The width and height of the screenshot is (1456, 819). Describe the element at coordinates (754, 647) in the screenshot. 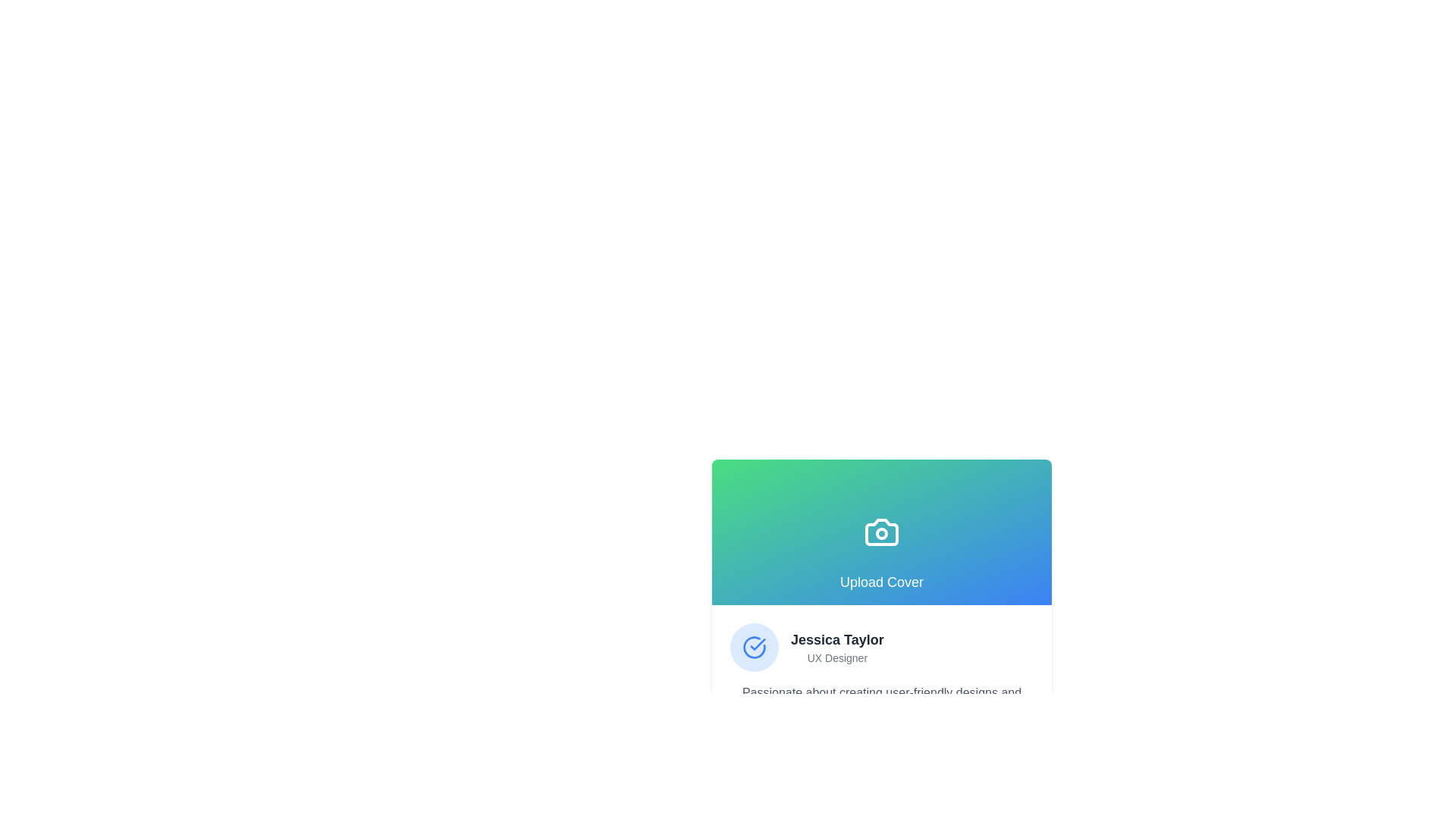

I see `the verification icon located to the left of 'Jessica Taylor' text in the profile layout` at that location.